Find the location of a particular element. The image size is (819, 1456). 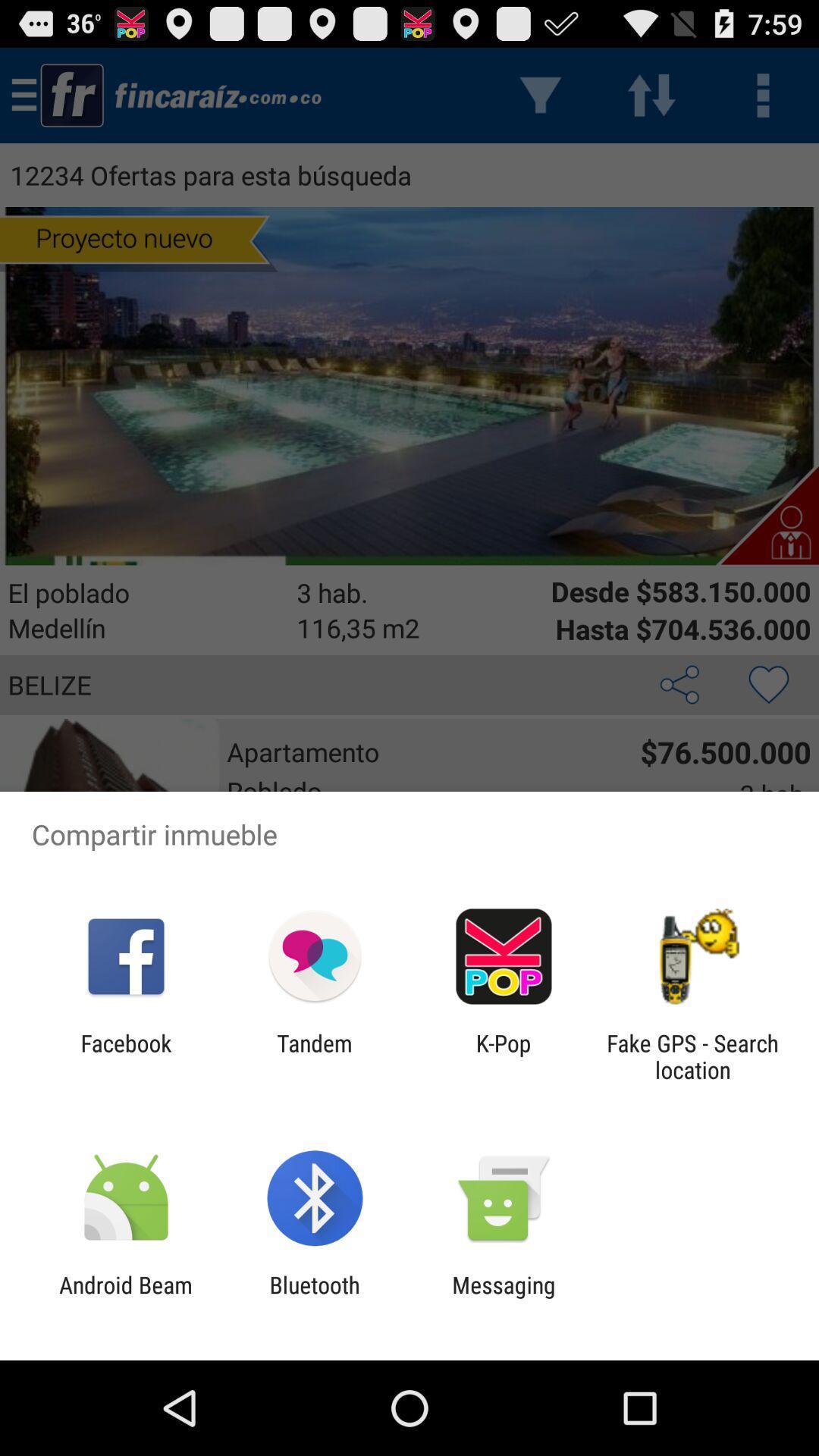

the app to the right of facebook item is located at coordinates (314, 1056).